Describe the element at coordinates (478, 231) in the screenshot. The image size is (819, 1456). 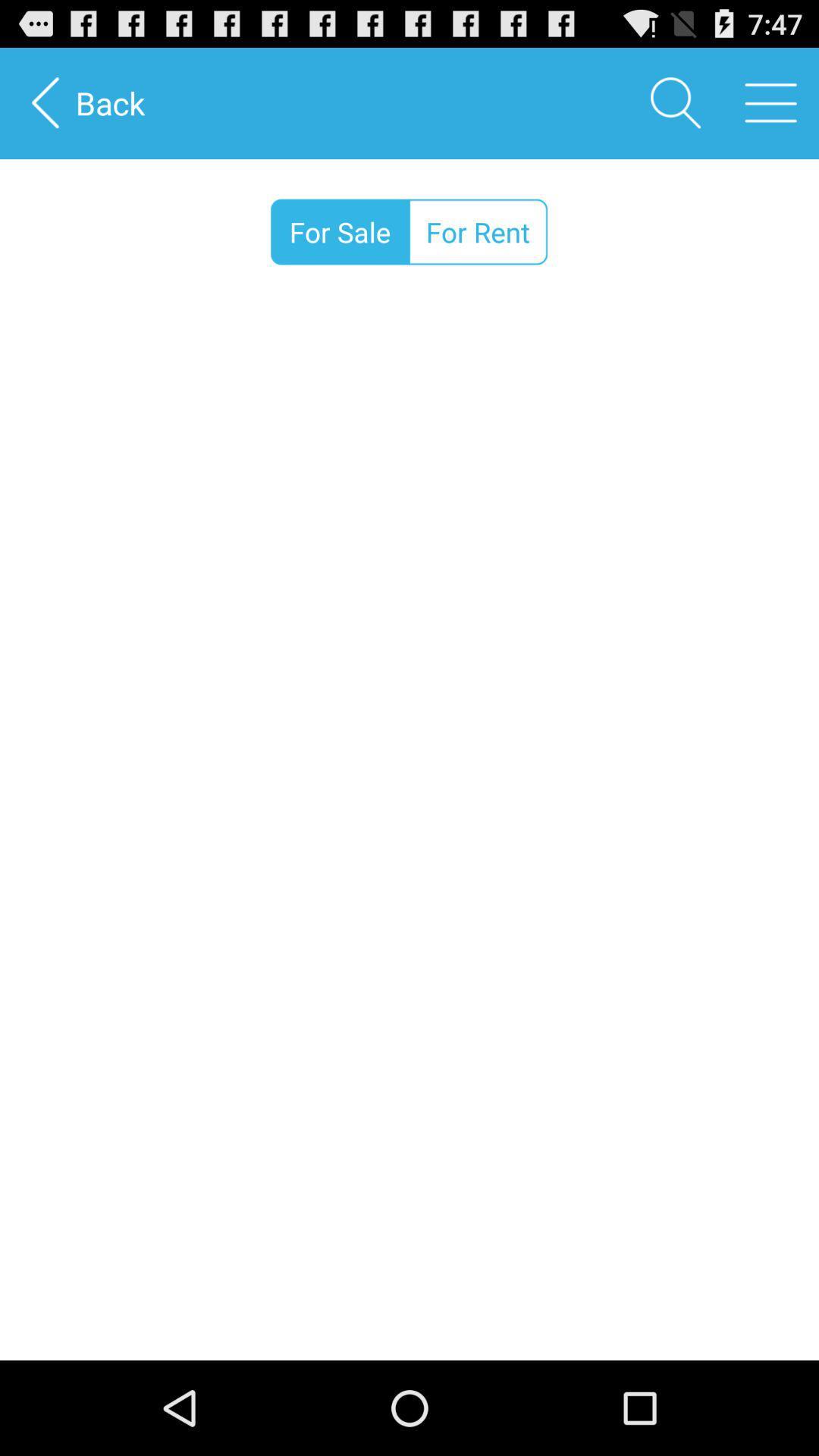
I see `for rent` at that location.